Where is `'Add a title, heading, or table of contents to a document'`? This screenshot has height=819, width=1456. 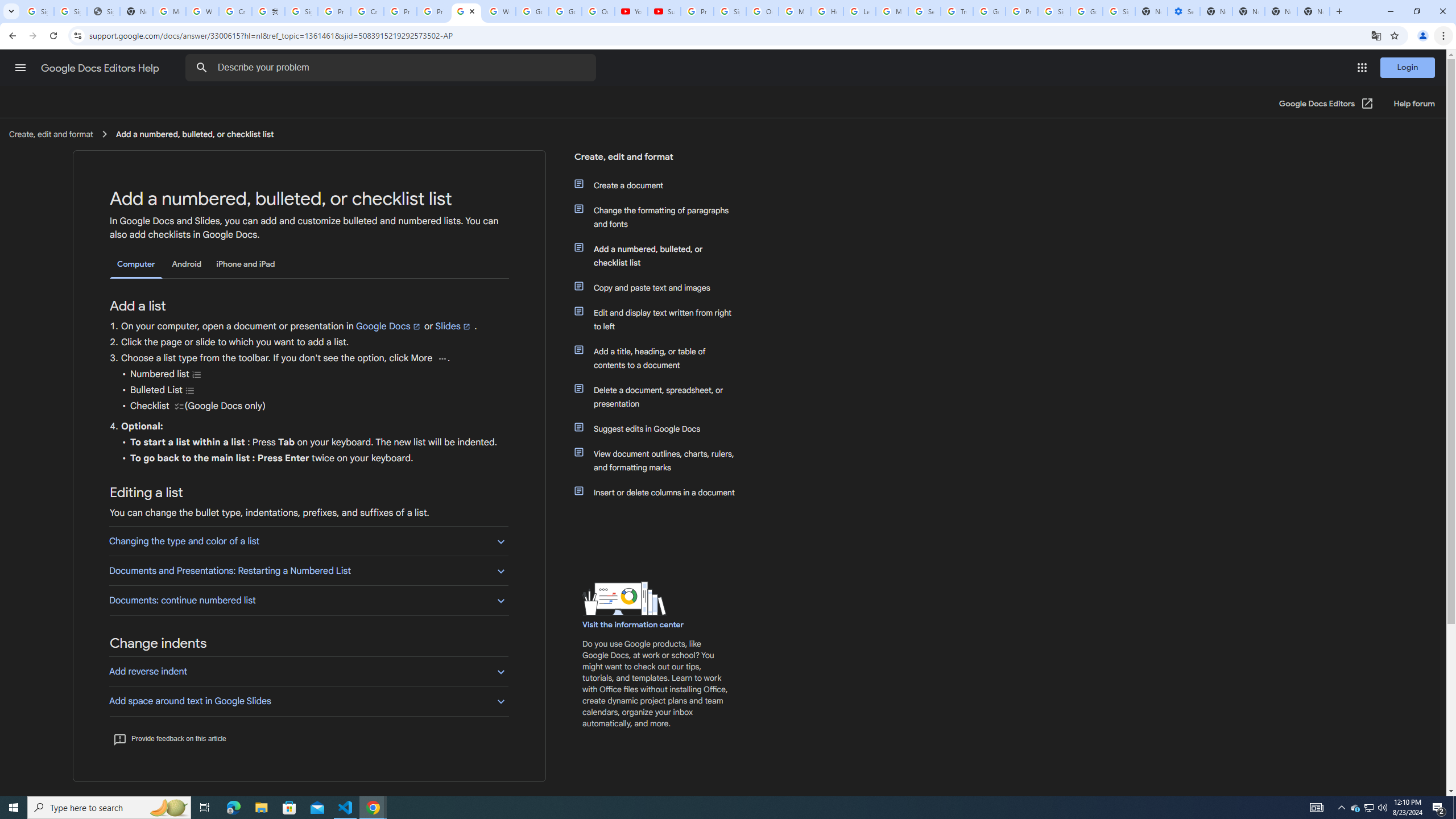 'Add a title, heading, or table of contents to a document' is located at coordinates (661, 358).